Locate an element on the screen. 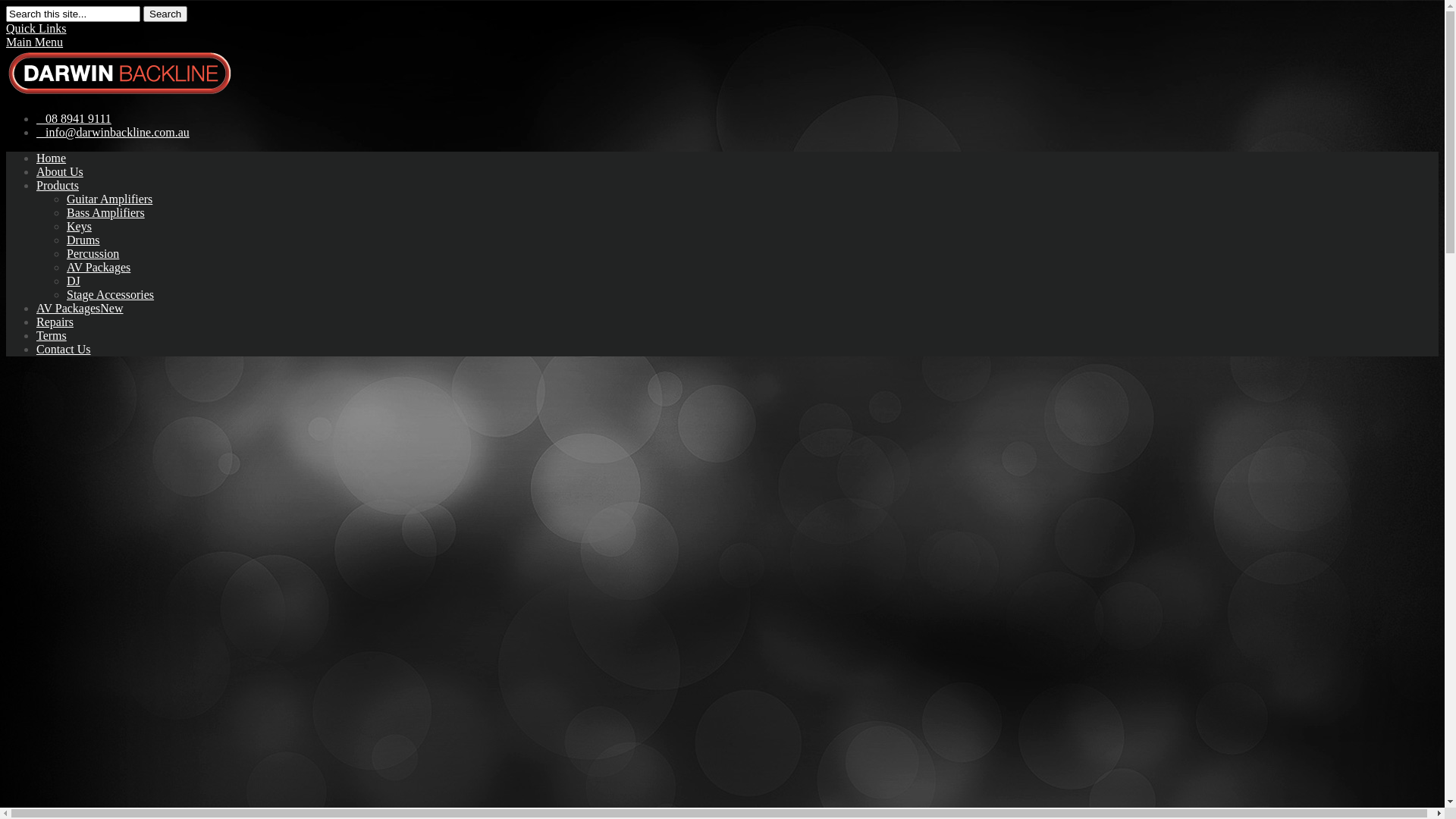 The image size is (1456, 819). 'Stage Accessories' is located at coordinates (109, 294).